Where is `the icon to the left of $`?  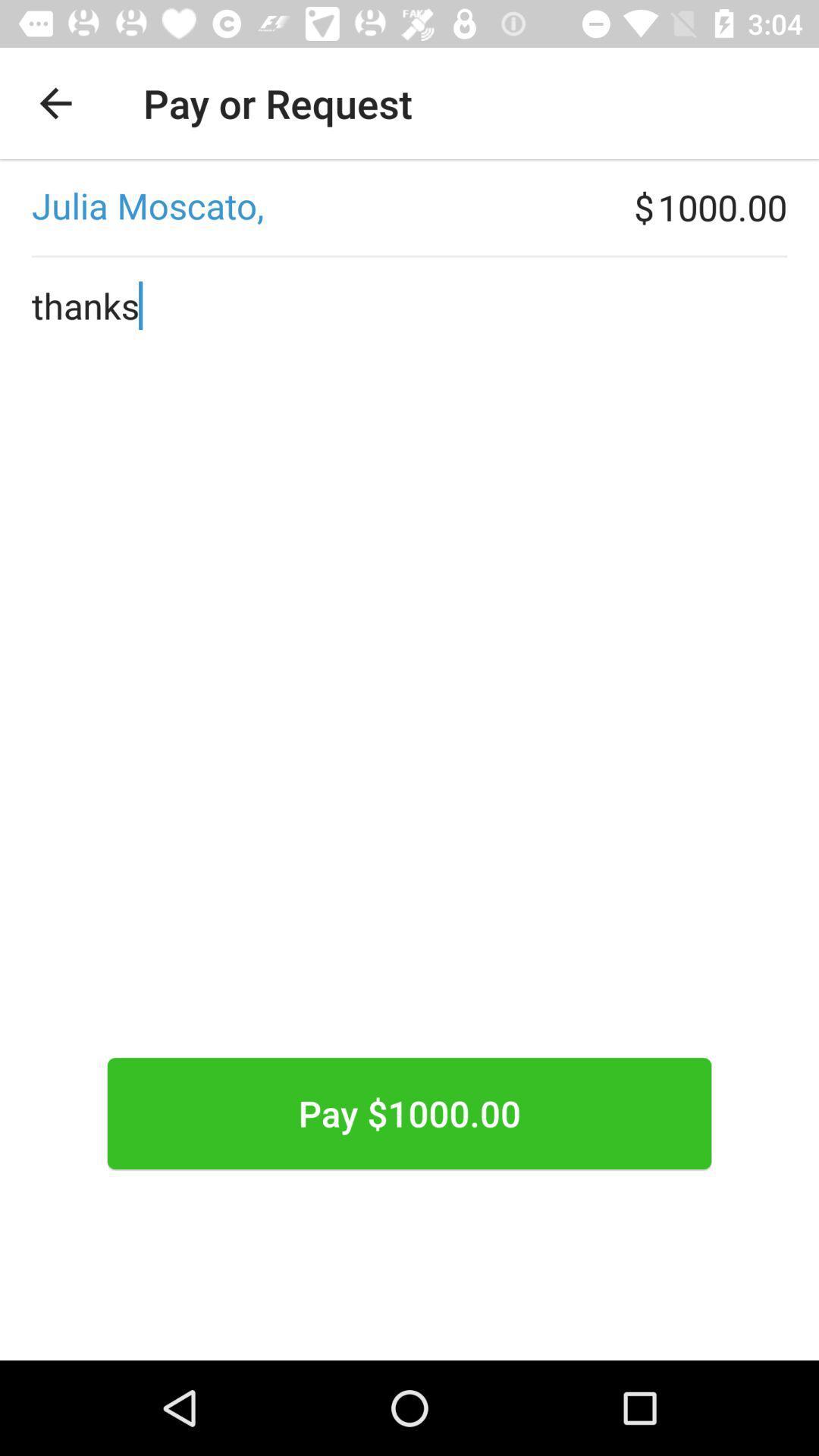 the icon to the left of $ is located at coordinates (316, 206).